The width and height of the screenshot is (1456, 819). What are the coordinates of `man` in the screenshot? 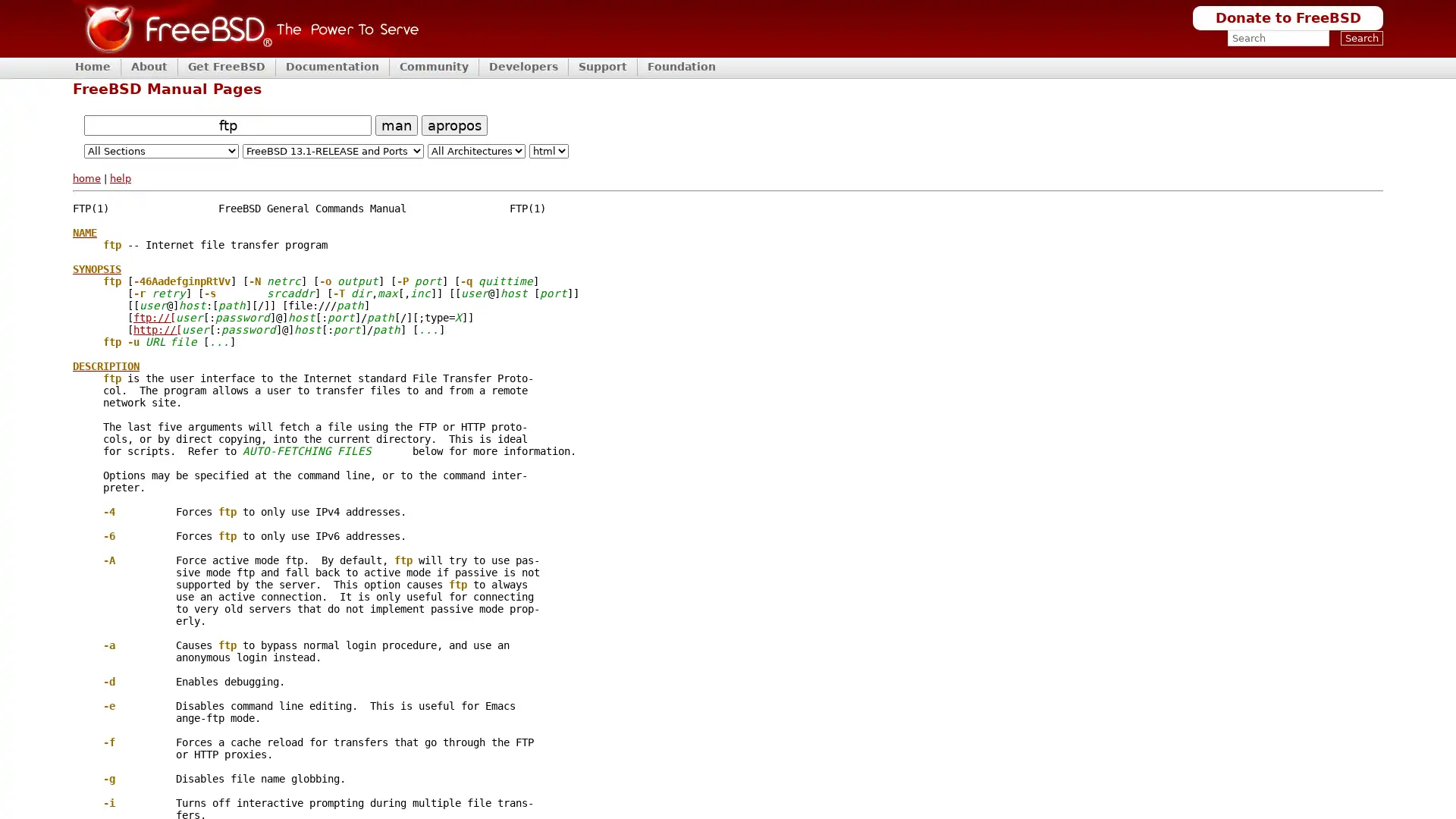 It's located at (397, 124).